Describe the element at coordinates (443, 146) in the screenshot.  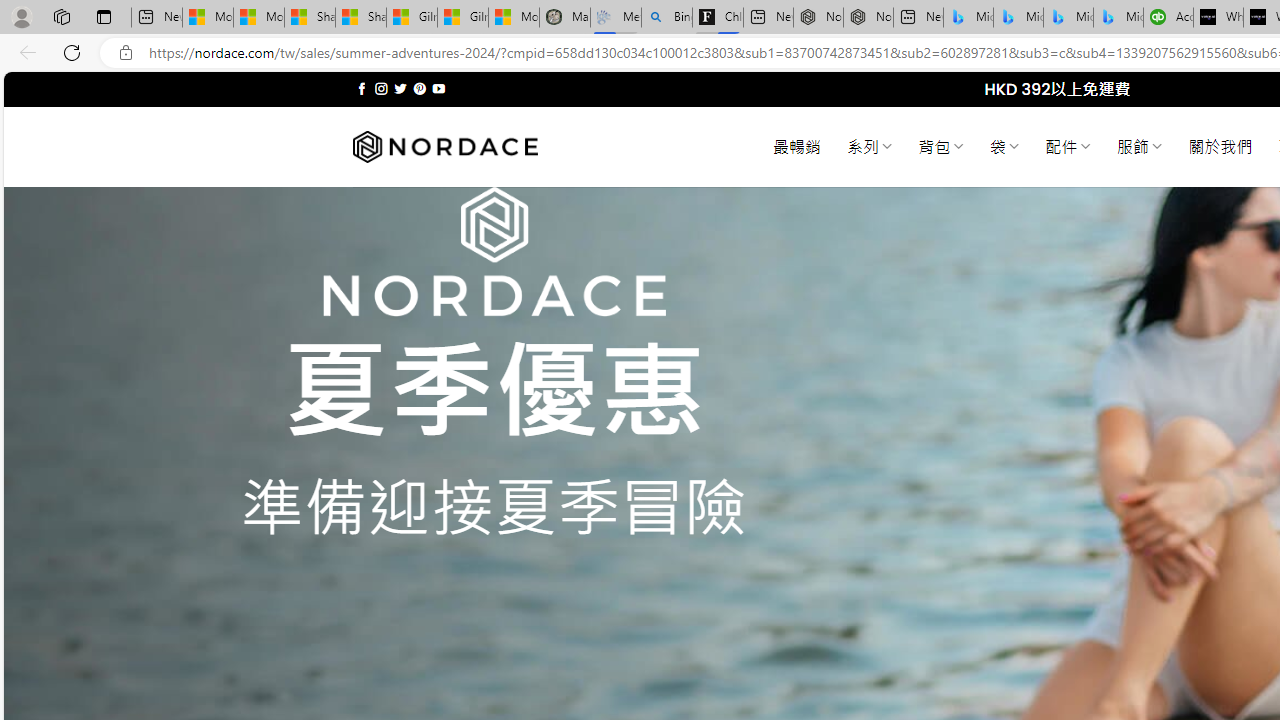
I see `'Nordace'` at that location.